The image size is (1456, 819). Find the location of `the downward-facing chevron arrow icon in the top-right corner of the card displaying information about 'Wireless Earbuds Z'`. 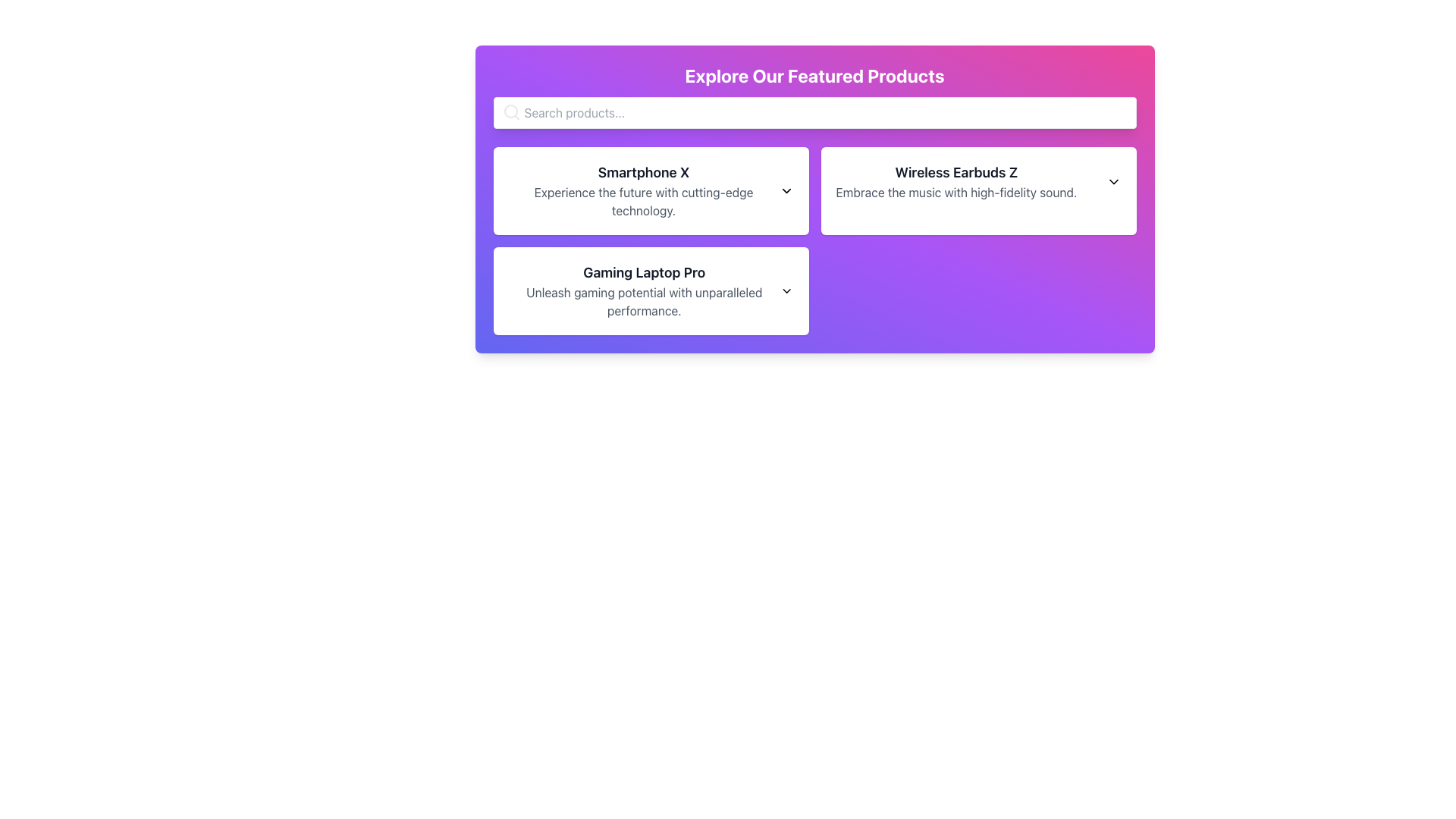

the downward-facing chevron arrow icon in the top-right corner of the card displaying information about 'Wireless Earbuds Z' is located at coordinates (1113, 180).